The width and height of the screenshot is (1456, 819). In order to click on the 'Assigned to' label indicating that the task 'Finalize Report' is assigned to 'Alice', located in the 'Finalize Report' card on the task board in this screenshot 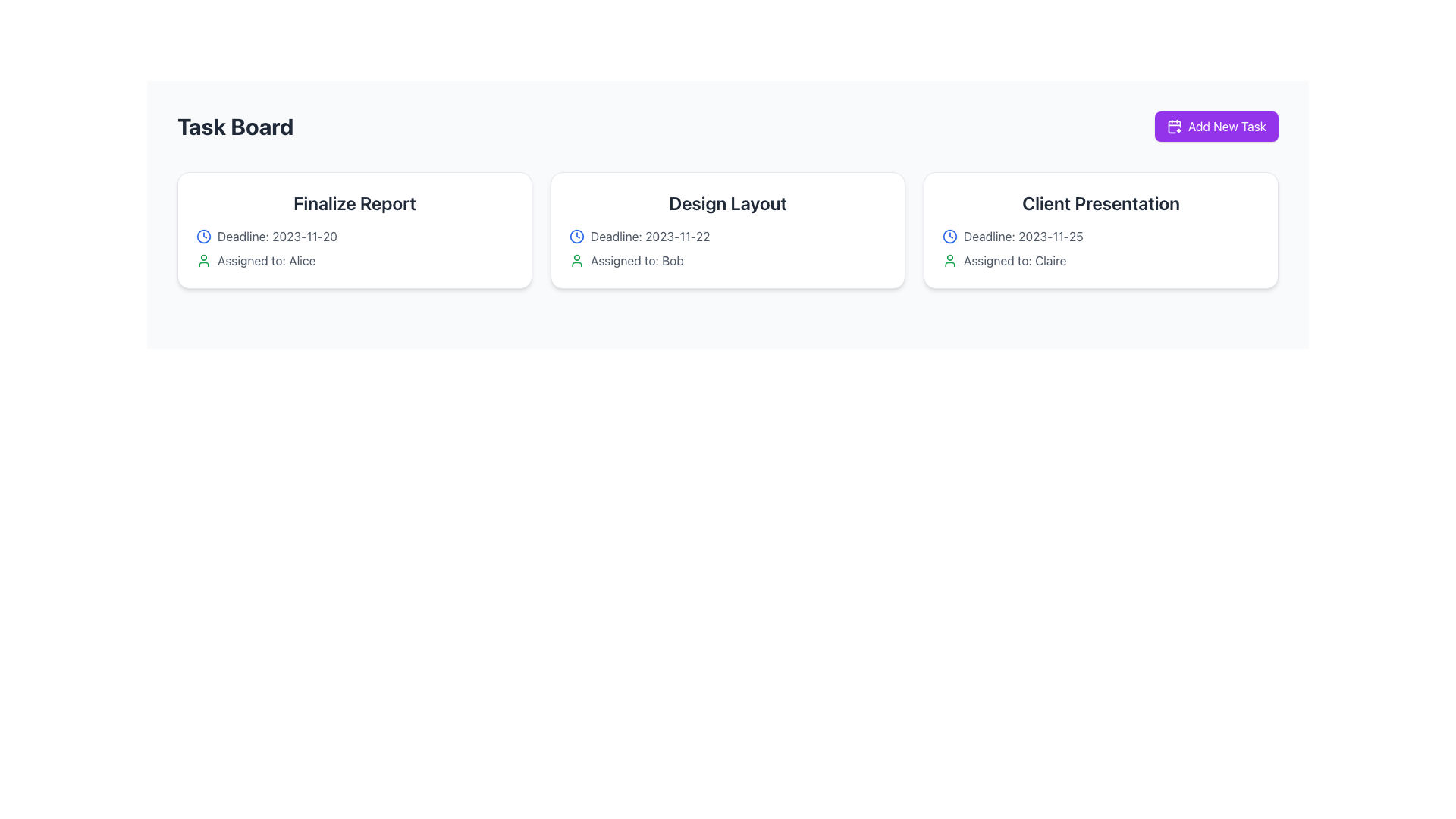, I will do `click(266, 259)`.